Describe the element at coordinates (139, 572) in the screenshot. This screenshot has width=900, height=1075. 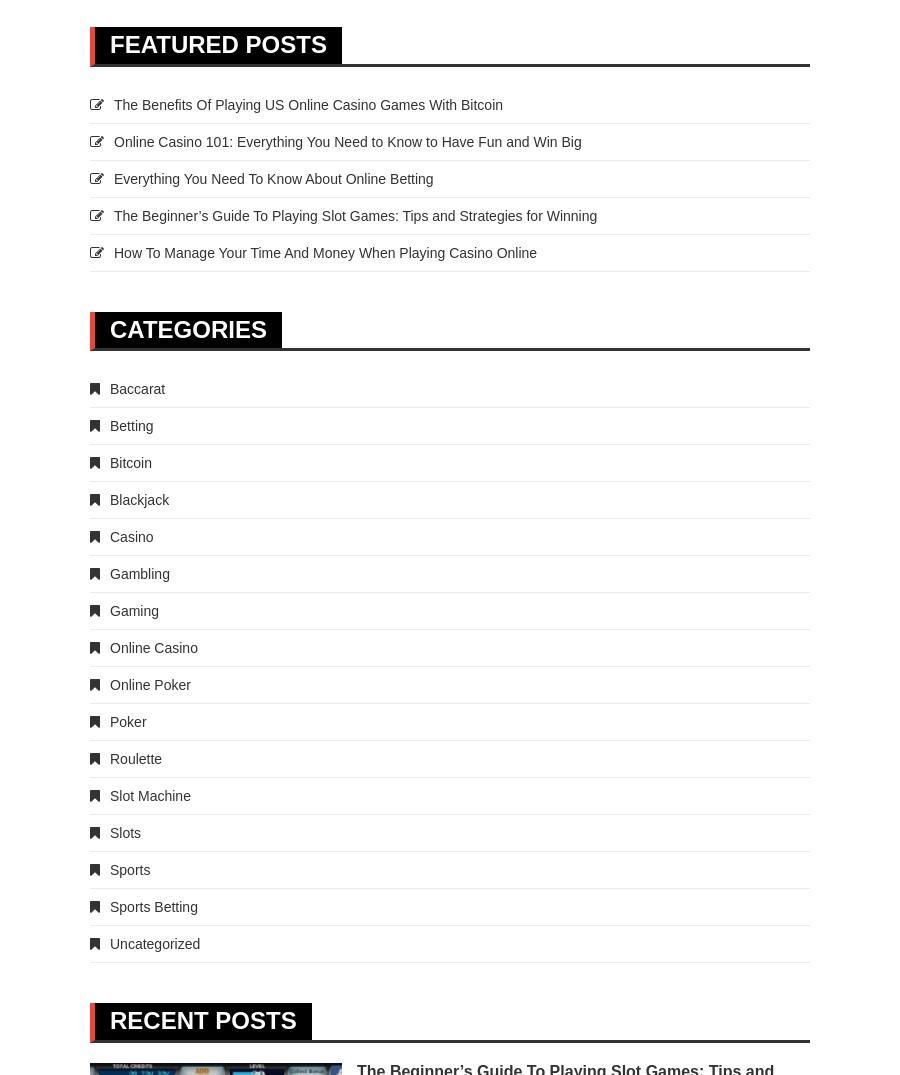
I see `'Gambling'` at that location.